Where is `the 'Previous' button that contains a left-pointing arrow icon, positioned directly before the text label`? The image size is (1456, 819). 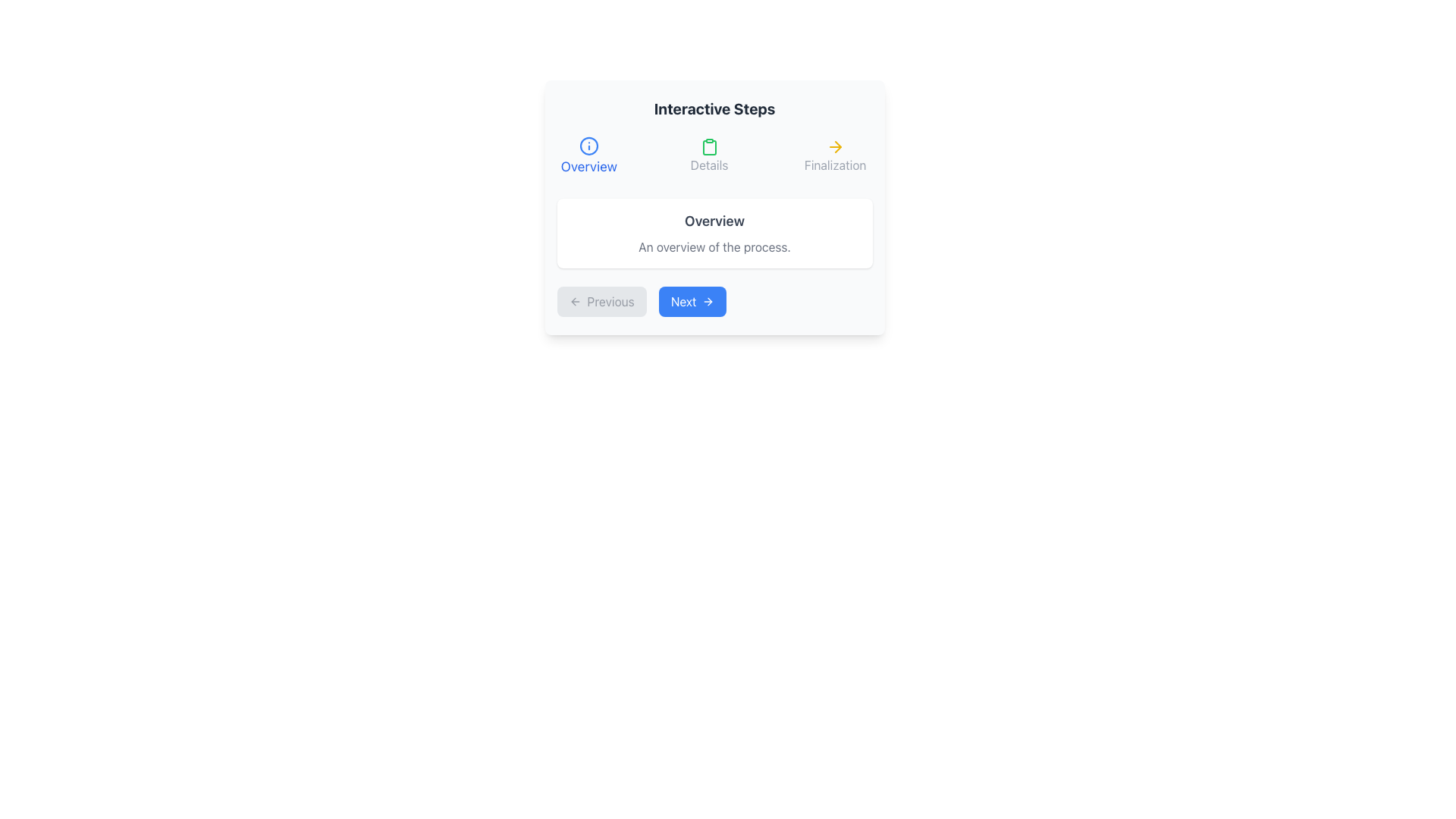
the 'Previous' button that contains a left-pointing arrow icon, positioned directly before the text label is located at coordinates (574, 301).